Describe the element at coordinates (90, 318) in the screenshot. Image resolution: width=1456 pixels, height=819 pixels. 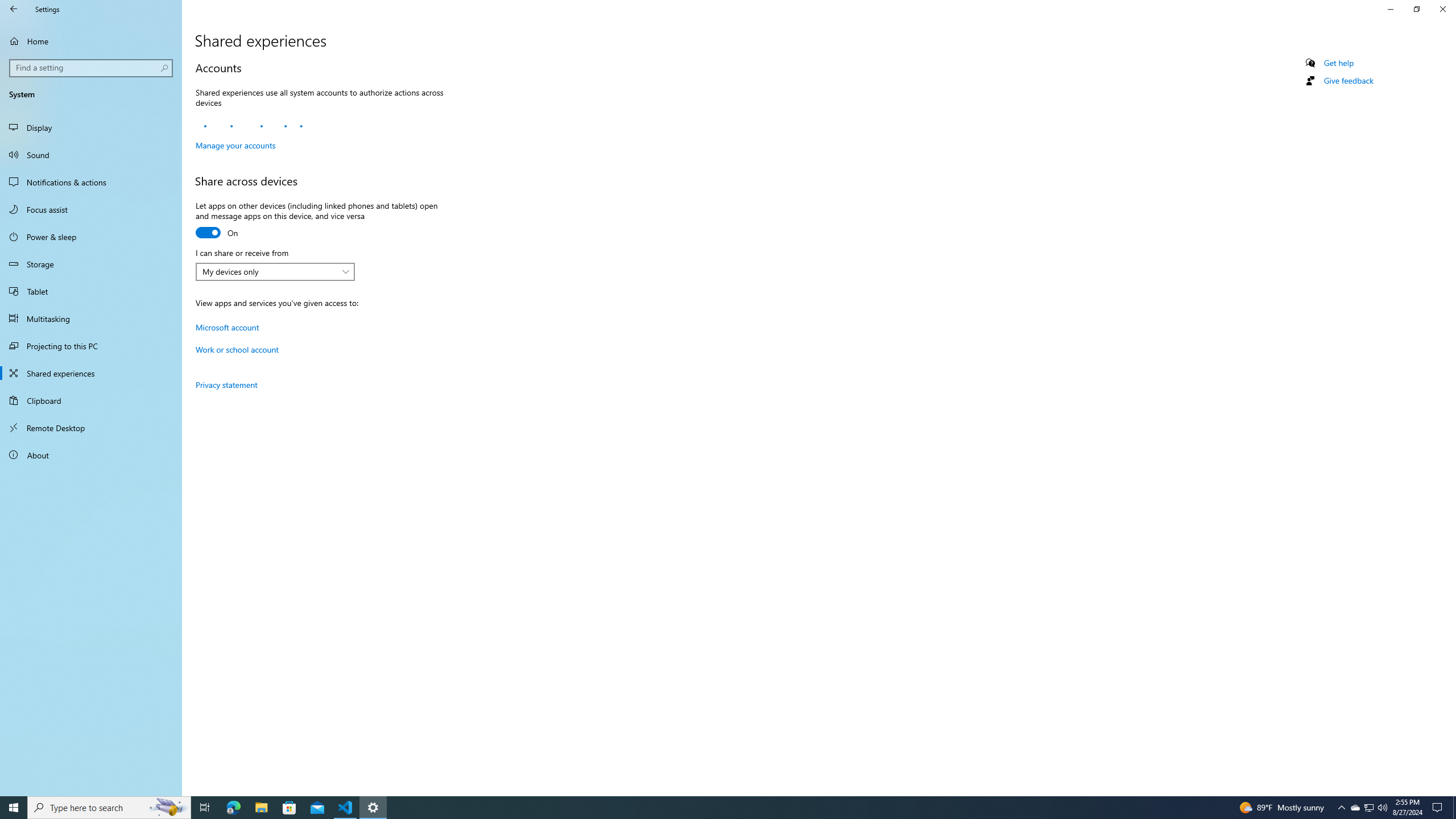
I see `'Multitasking'` at that location.